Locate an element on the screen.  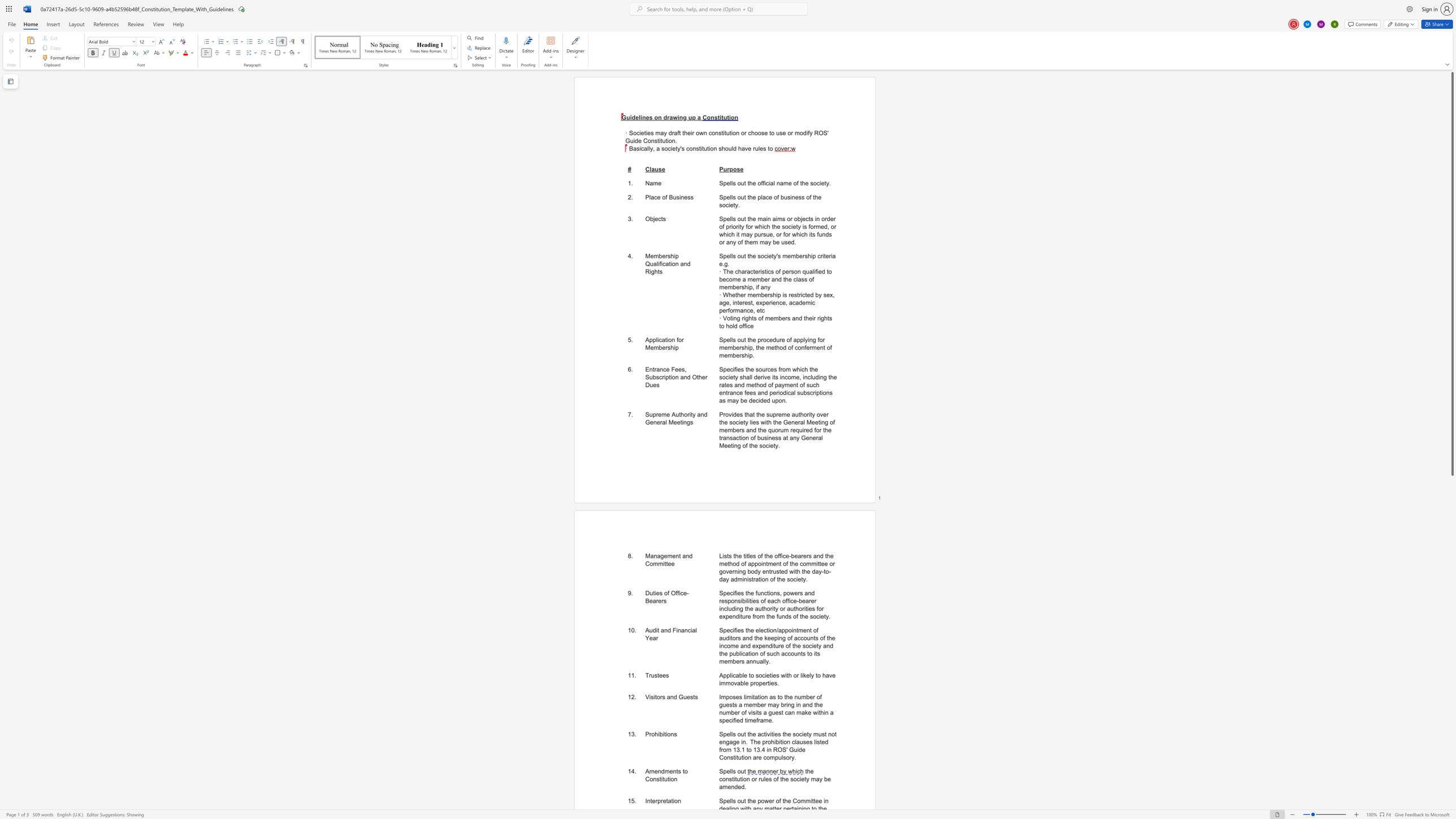
the subset text "cable to societies wit" within the text "Applicable to societies with or likely to have immovable properties." is located at coordinates (733, 675).